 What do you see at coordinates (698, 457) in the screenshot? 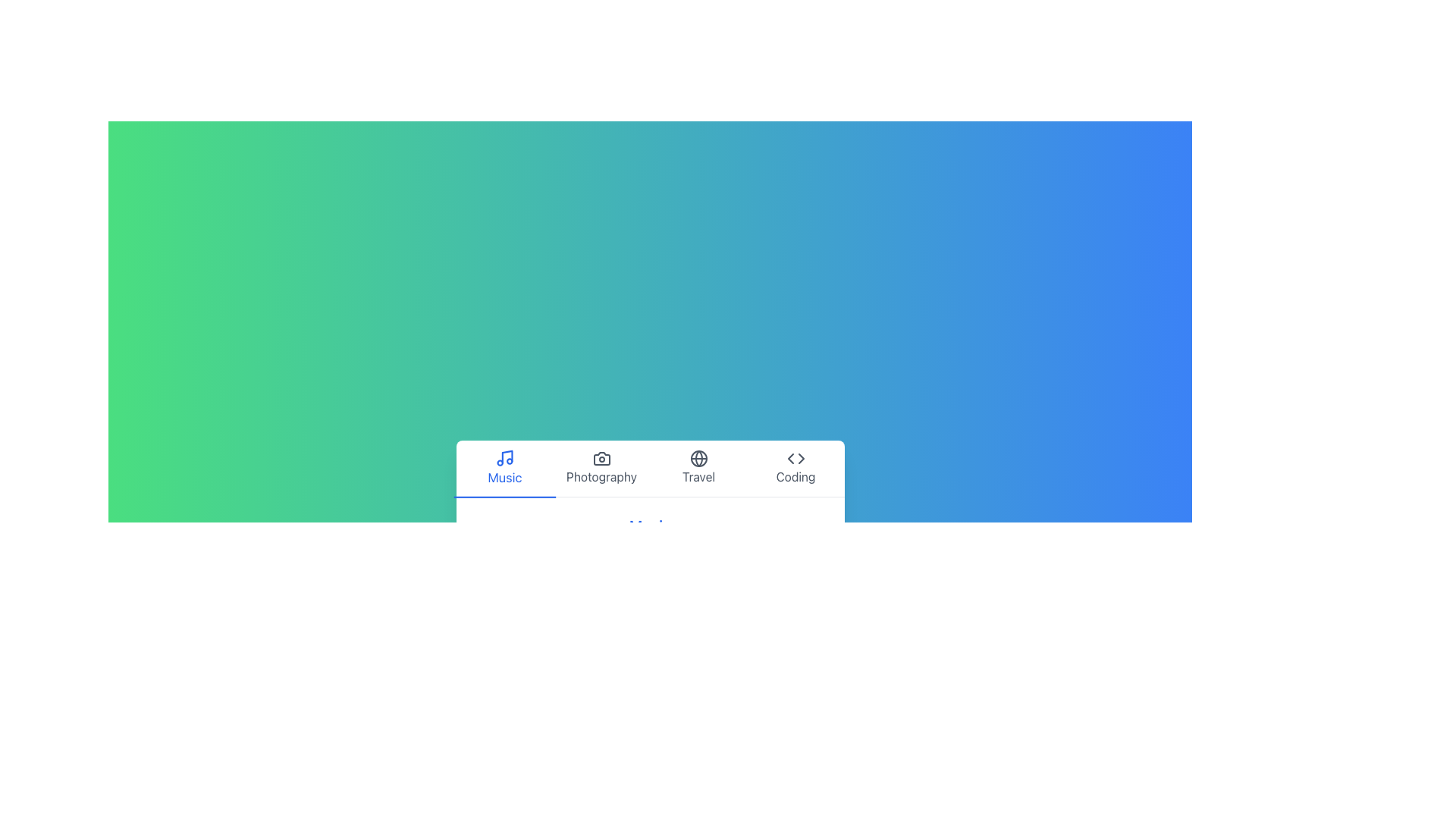
I see `the curved vertical line of the globe icon, which is centrally positioned within the icon and located to the right of the menu icons labeled Music, Photography, and Coding` at bounding box center [698, 457].